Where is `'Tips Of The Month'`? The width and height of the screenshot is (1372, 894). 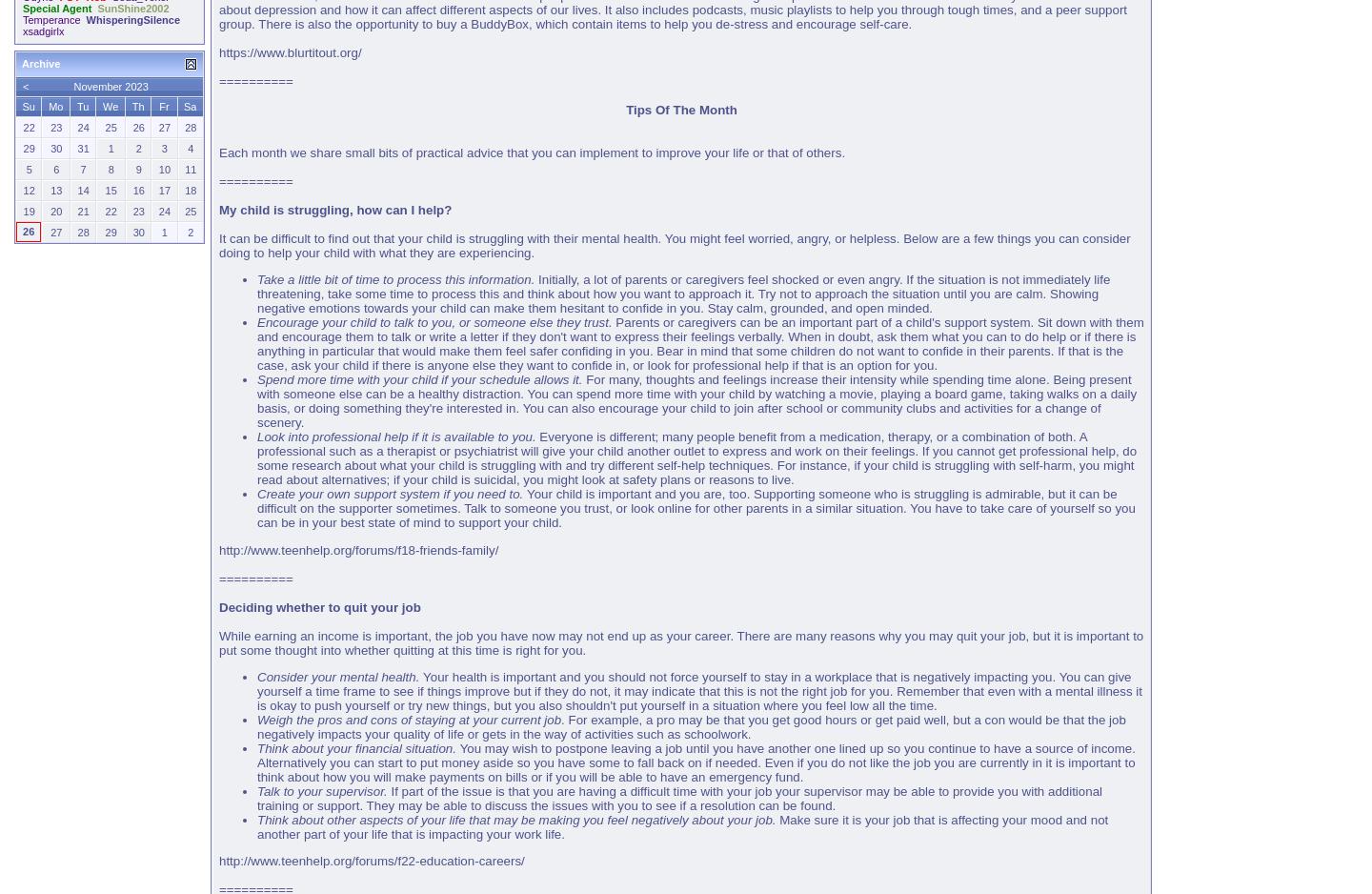
'Tips Of The Month' is located at coordinates (680, 109).